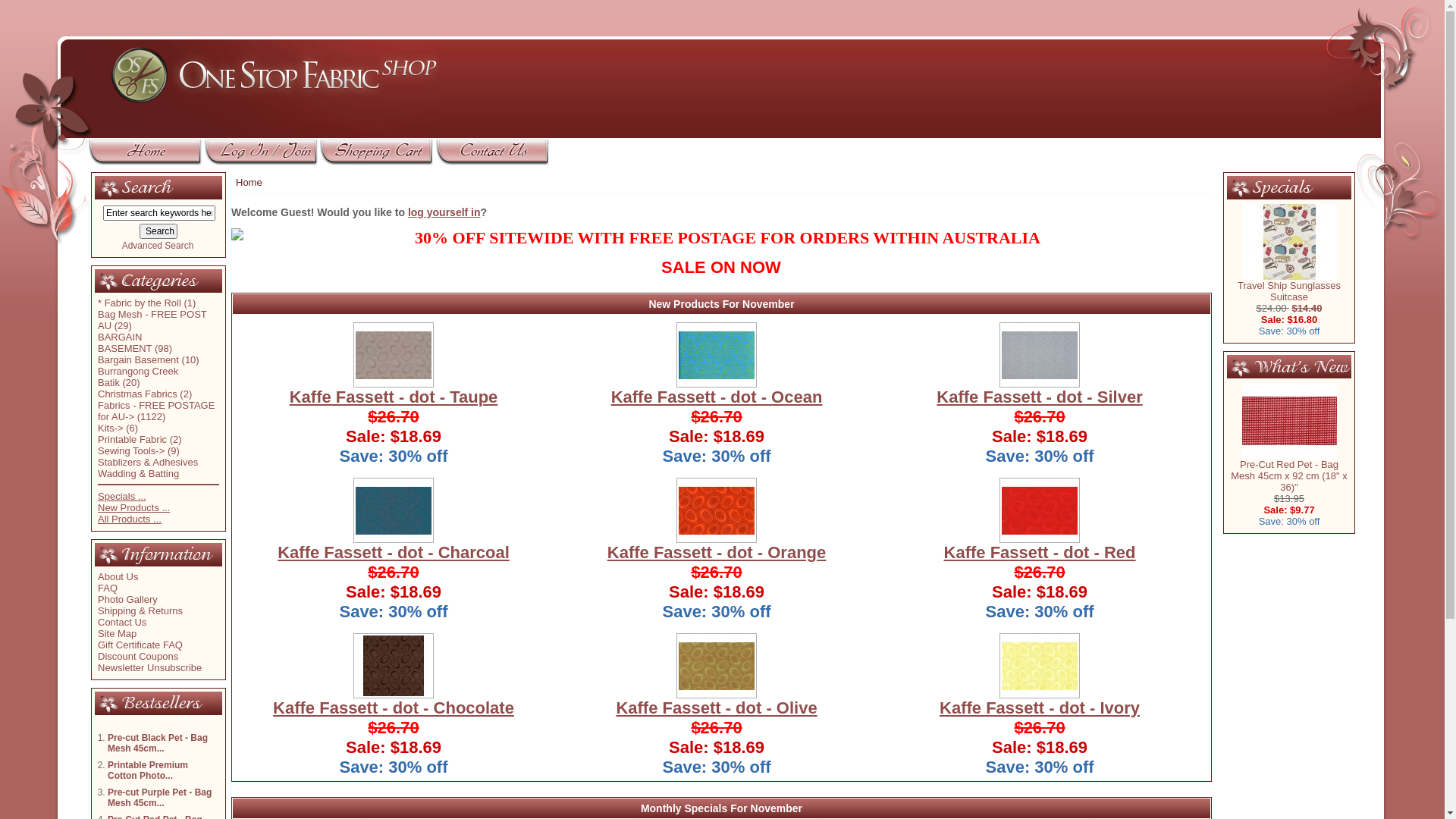  What do you see at coordinates (152, 318) in the screenshot?
I see `'Bag Mesh - FREE POST AU'` at bounding box center [152, 318].